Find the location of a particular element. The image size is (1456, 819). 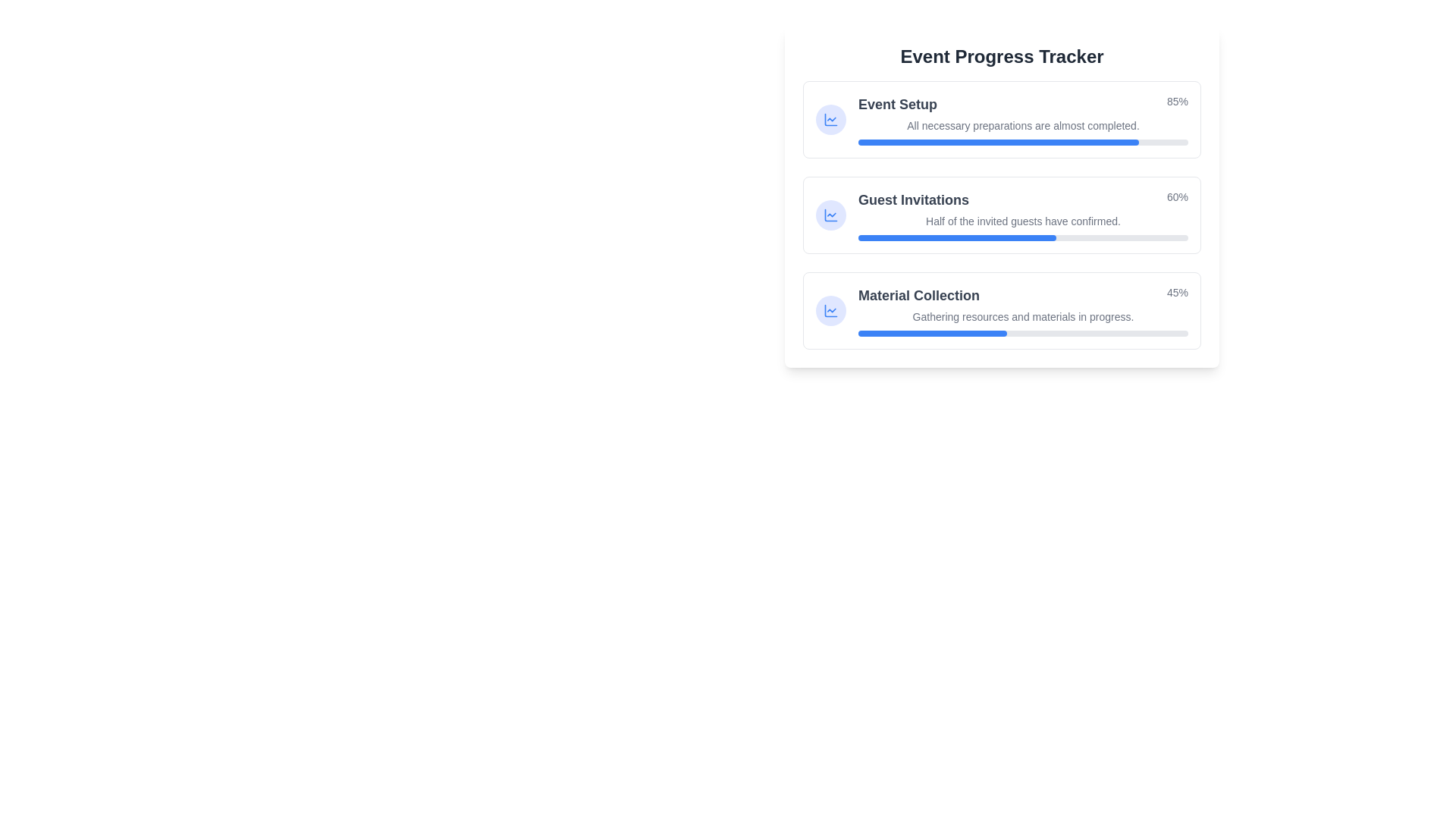

the circular icon with a pale indigo background and a blue line chart symbol located in the 'Event Setup' section of the progress tracker, adjacent to the title 'Event Setup' is located at coordinates (830, 119).